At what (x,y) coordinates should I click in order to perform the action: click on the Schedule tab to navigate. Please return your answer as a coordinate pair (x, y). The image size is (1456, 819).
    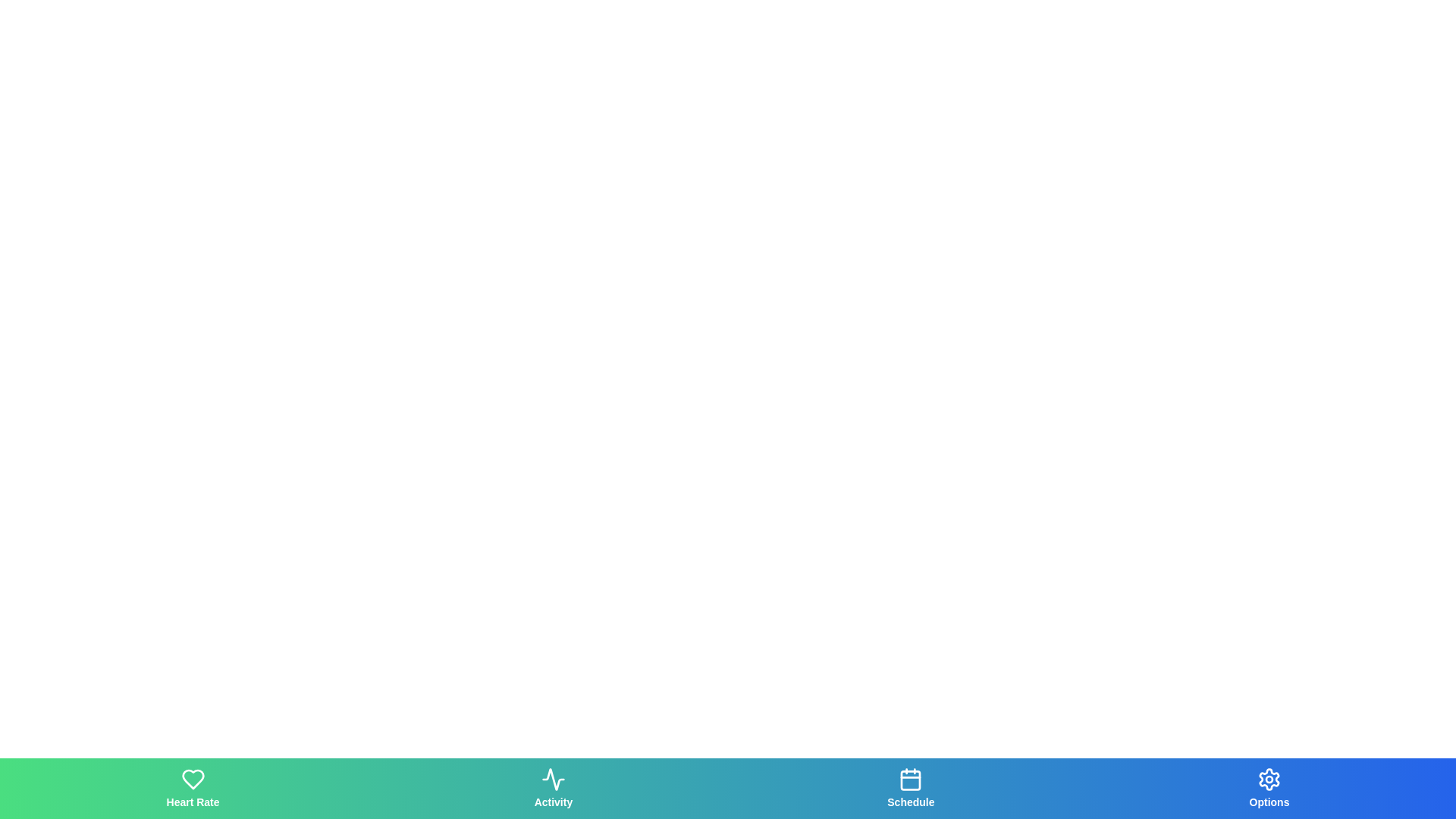
    Looking at the image, I should click on (910, 788).